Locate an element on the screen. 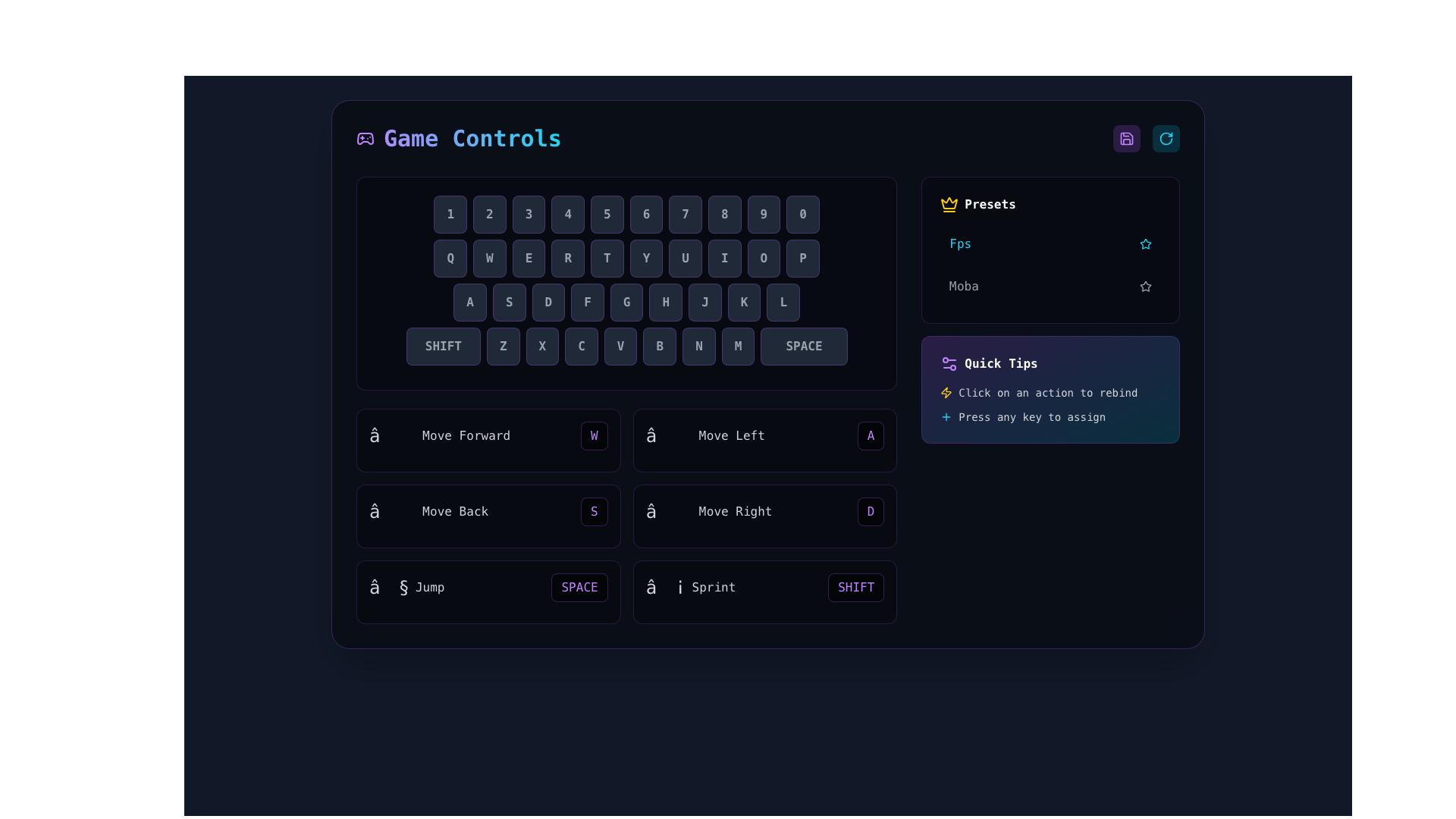 This screenshot has width=1456, height=819. the keybinding button for the 'Move Left' action in the gaming control configuration interface to change the assigned key is located at coordinates (764, 435).